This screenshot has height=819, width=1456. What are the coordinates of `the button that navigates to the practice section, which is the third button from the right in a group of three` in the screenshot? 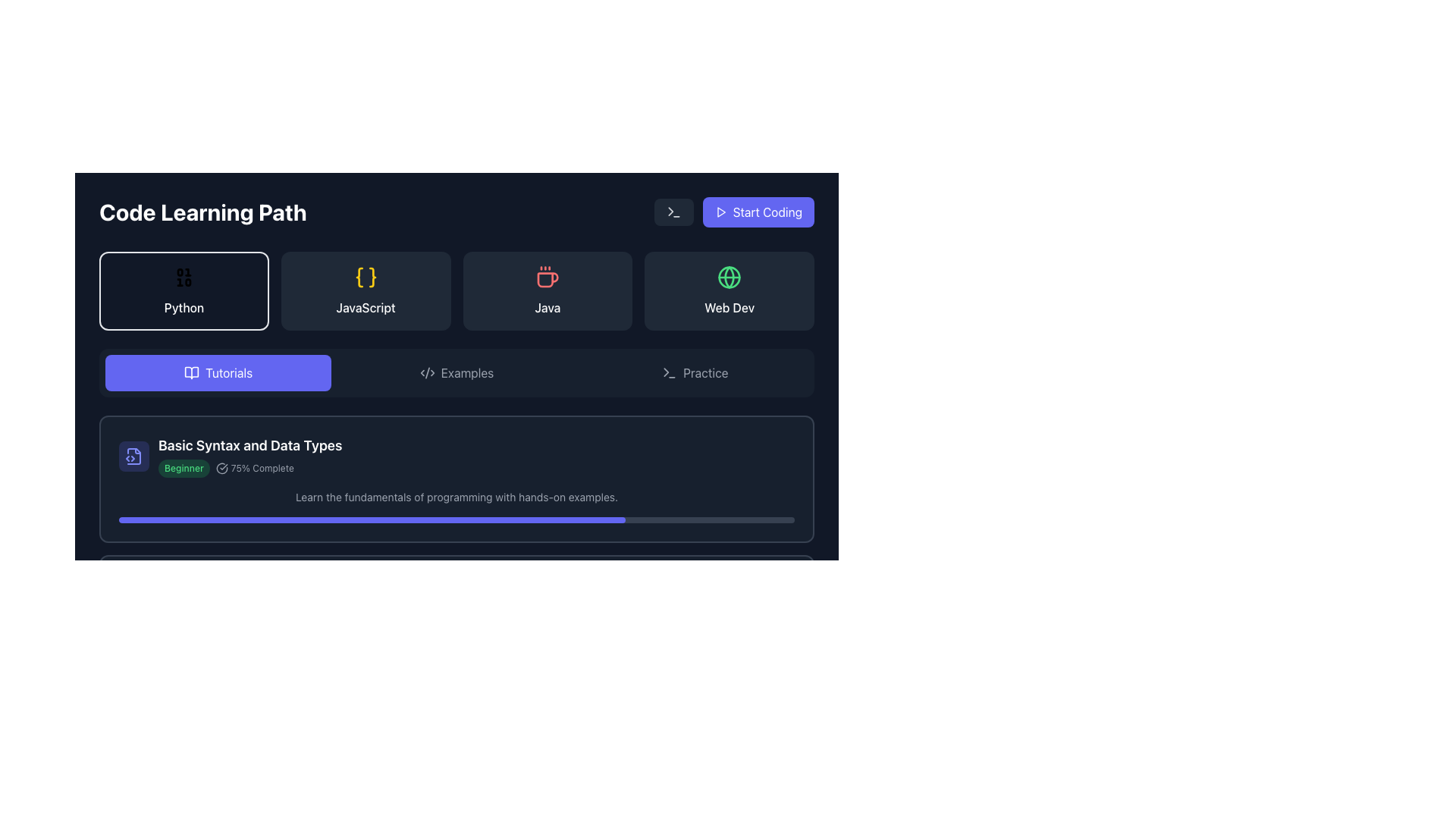 It's located at (694, 373).